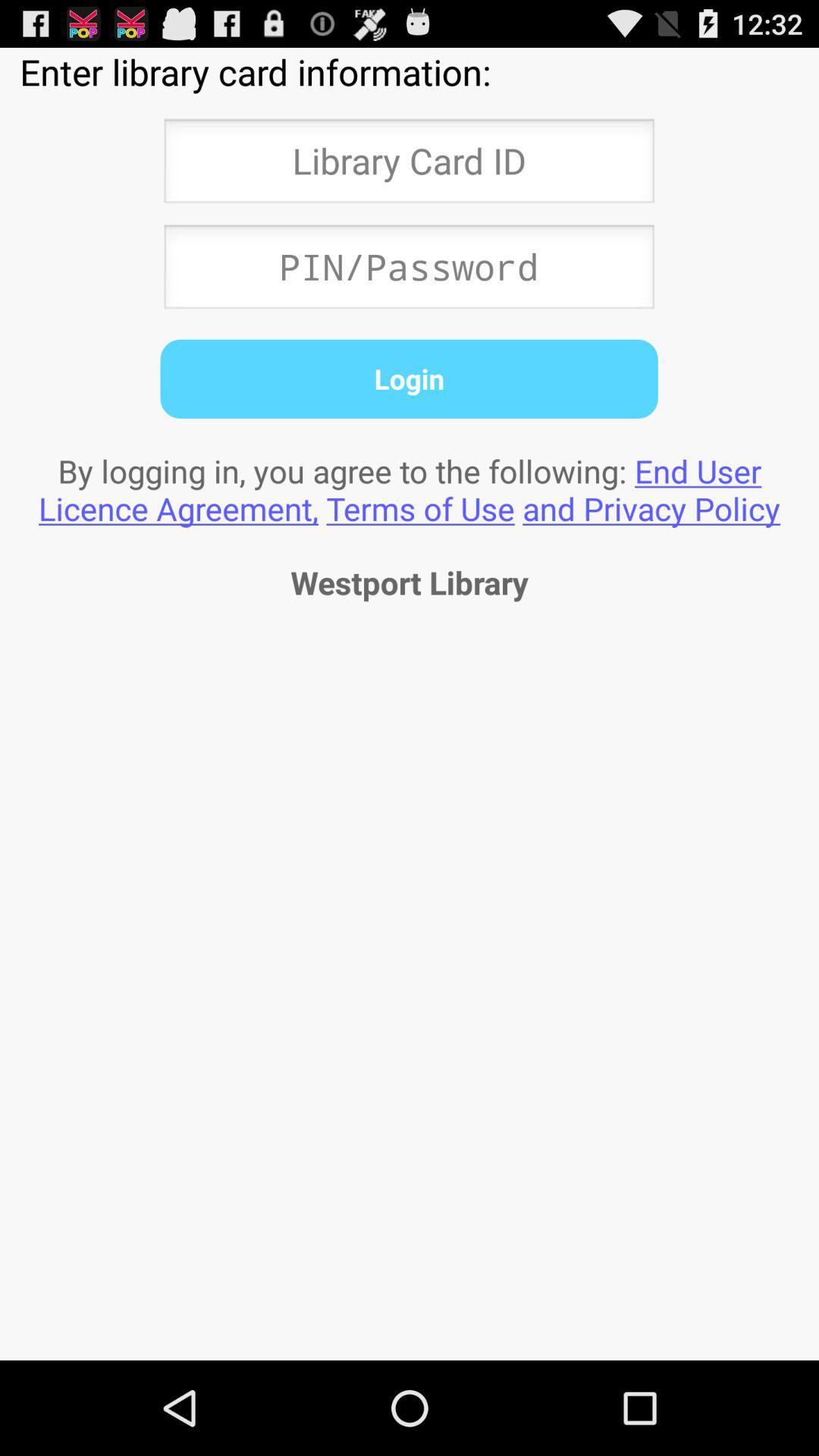 Image resolution: width=819 pixels, height=1456 pixels. Describe the element at coordinates (408, 165) in the screenshot. I see `form to enter library card id` at that location.